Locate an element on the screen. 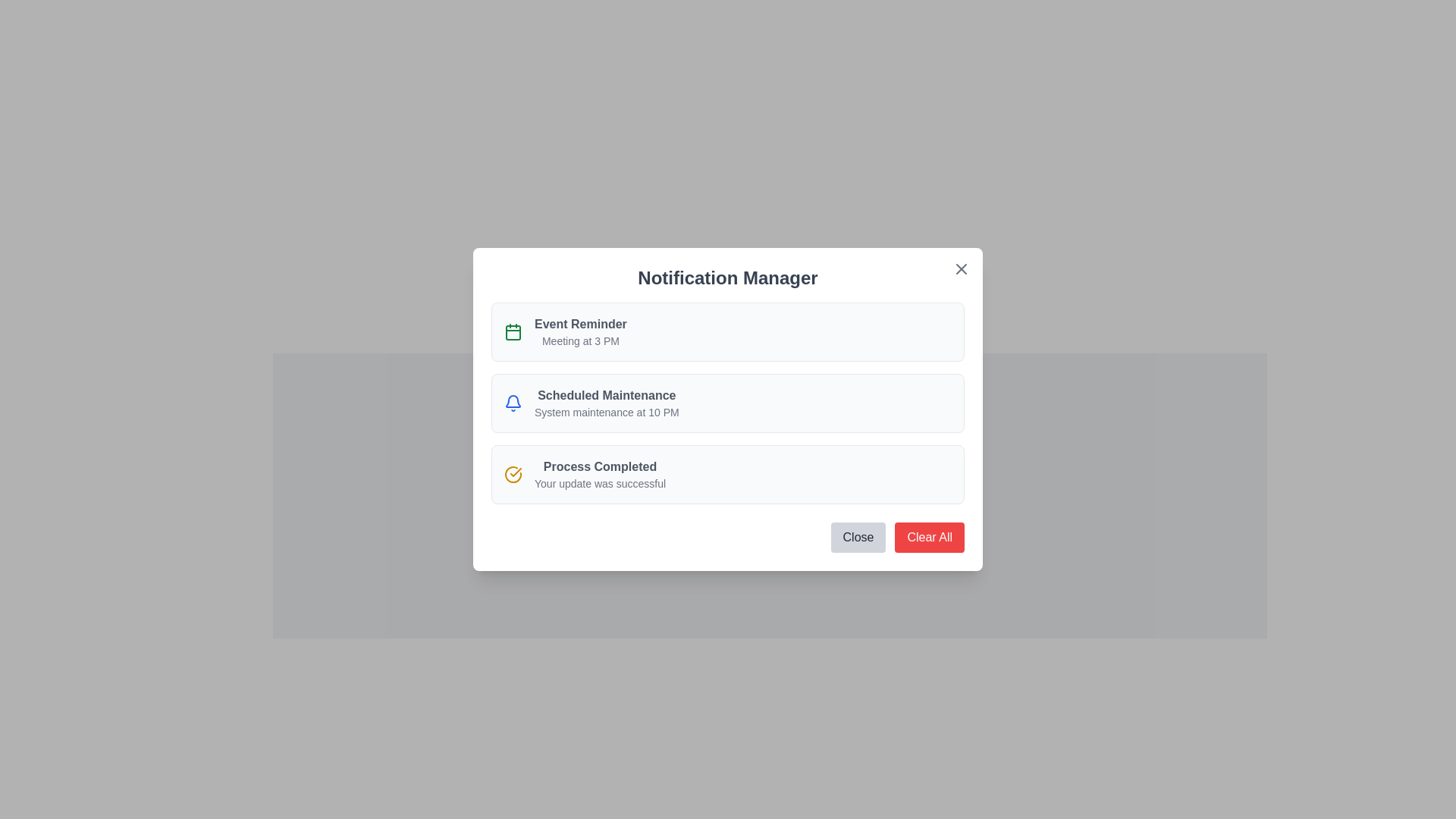 The width and height of the screenshot is (1456, 819). the calendar icon, which is the first icon in a vertical stack located to the left of the 'Event Reminder' text on the notification interface is located at coordinates (513, 332).